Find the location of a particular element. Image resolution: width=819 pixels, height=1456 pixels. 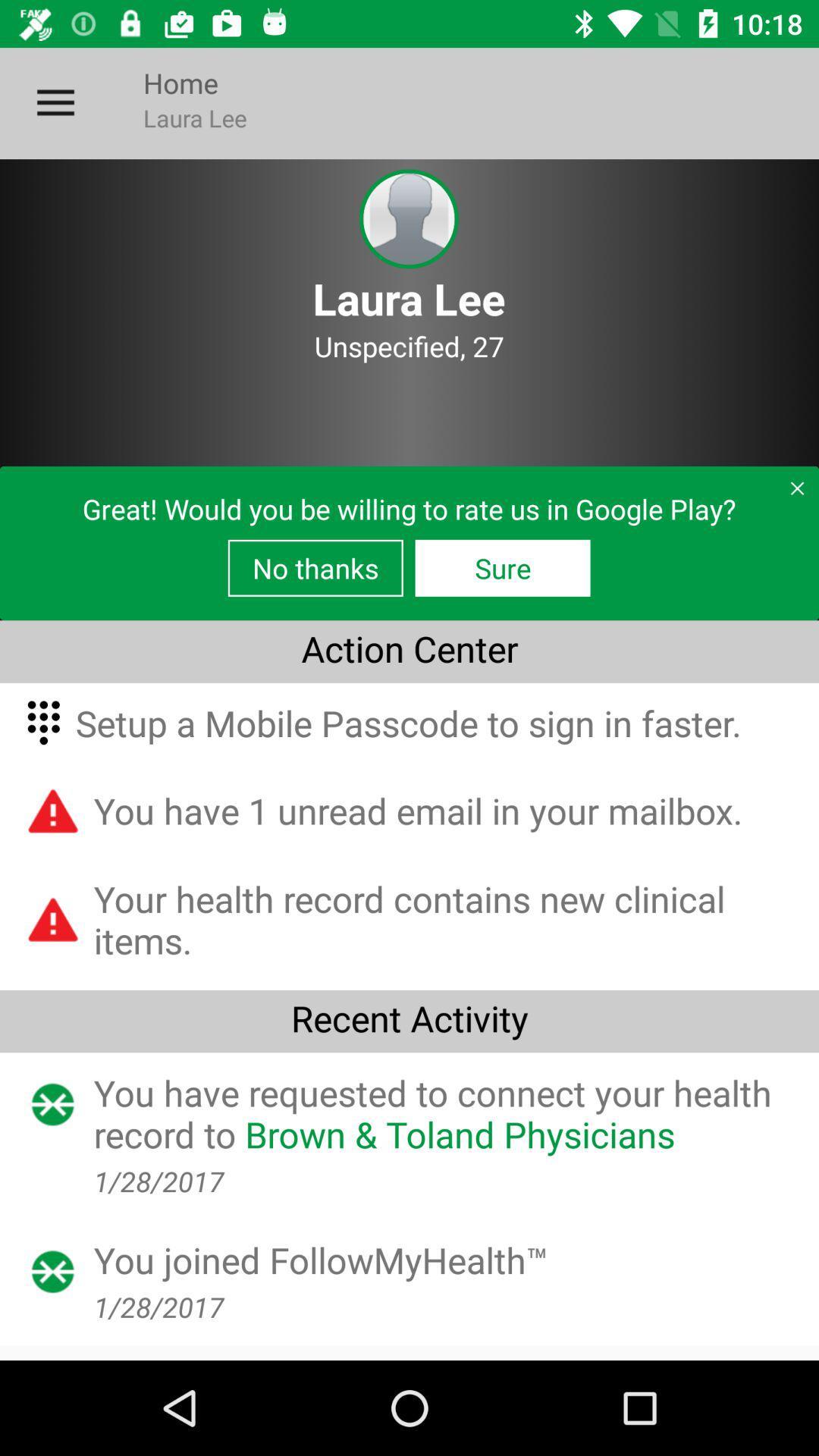

the first icon which is under the text action center is located at coordinates (45, 722).